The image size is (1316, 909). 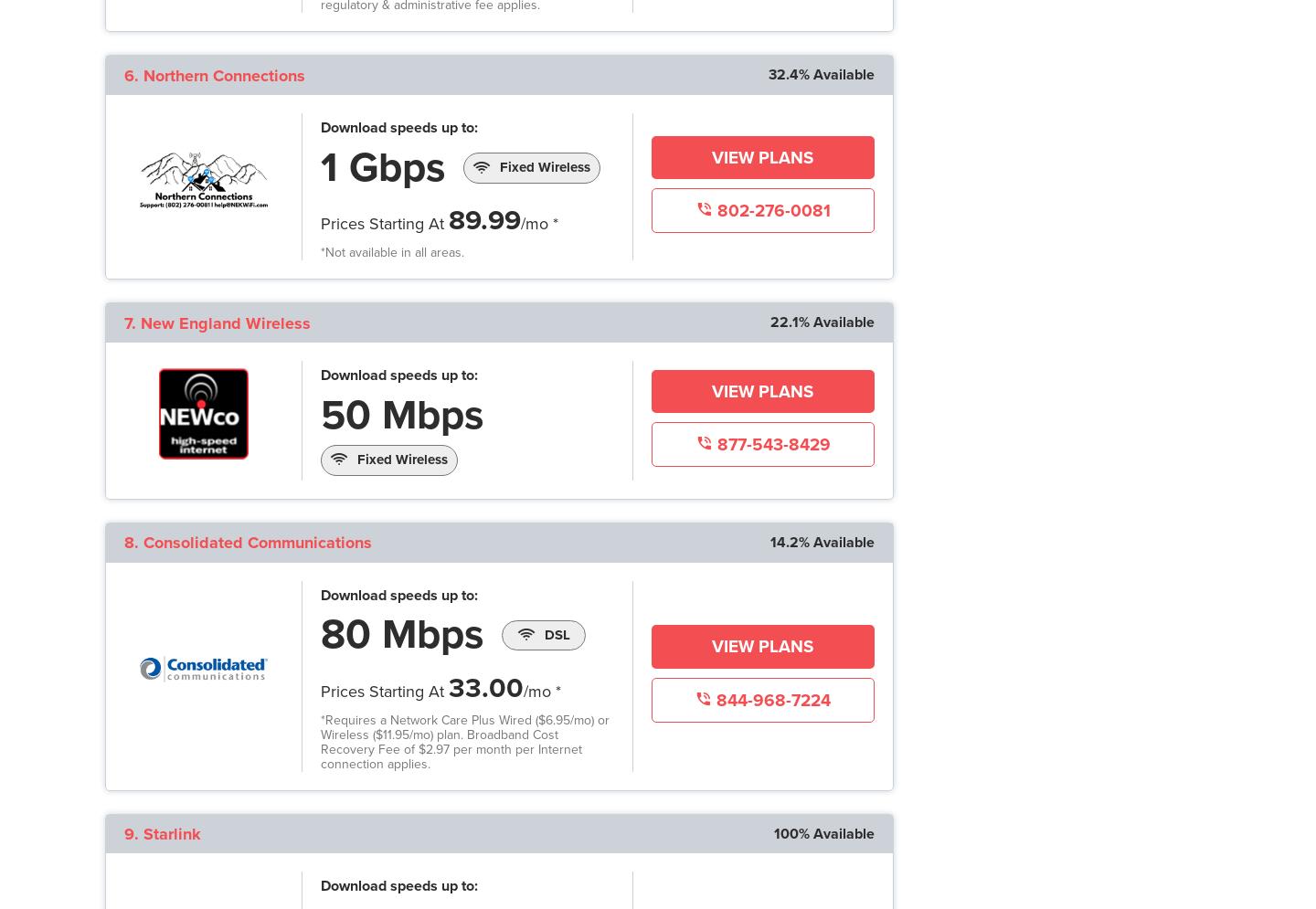 I want to click on '100% Available', so click(x=823, y=832).